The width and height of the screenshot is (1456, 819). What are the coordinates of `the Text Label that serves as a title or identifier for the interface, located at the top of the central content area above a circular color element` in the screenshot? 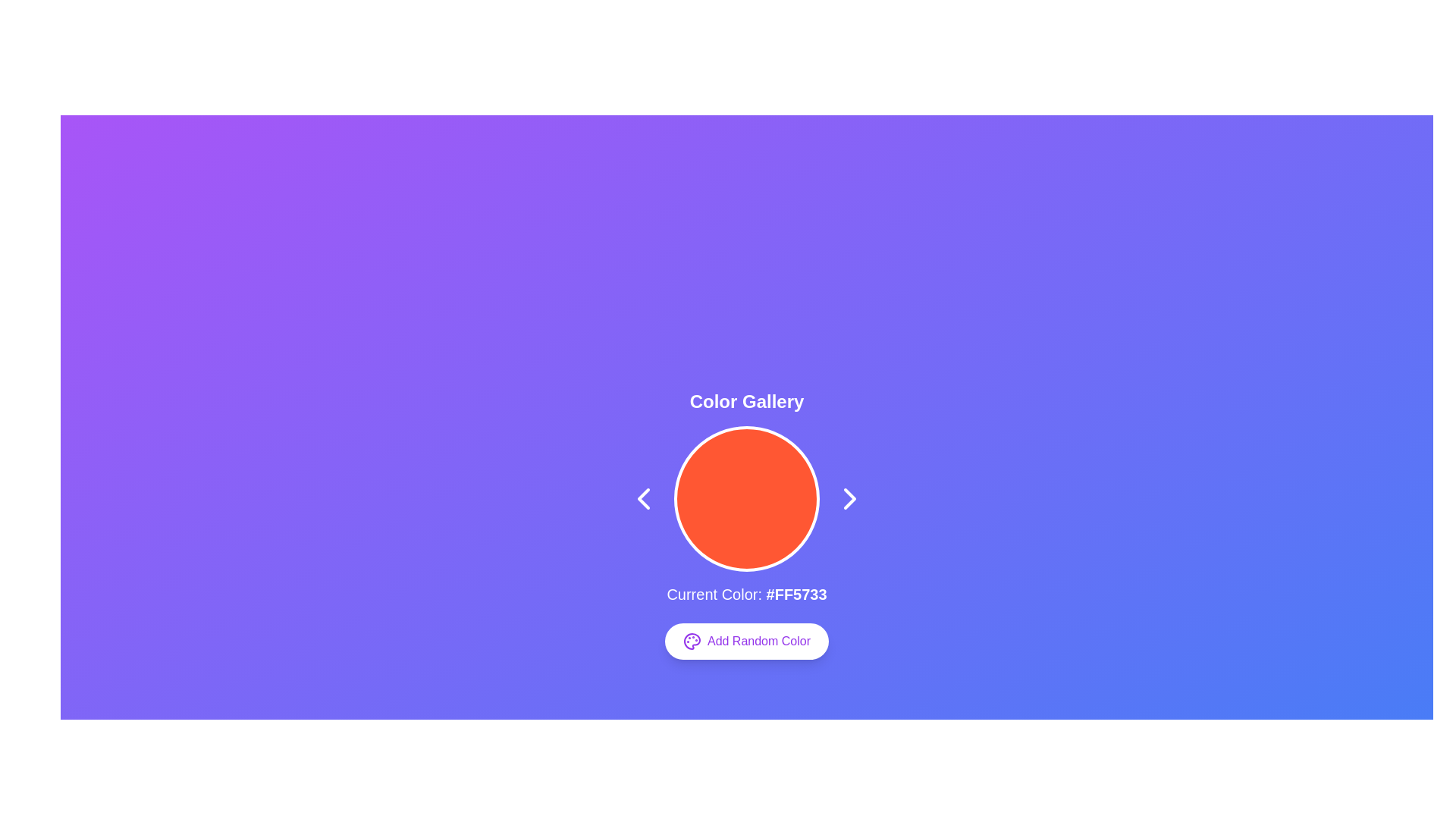 It's located at (746, 400).